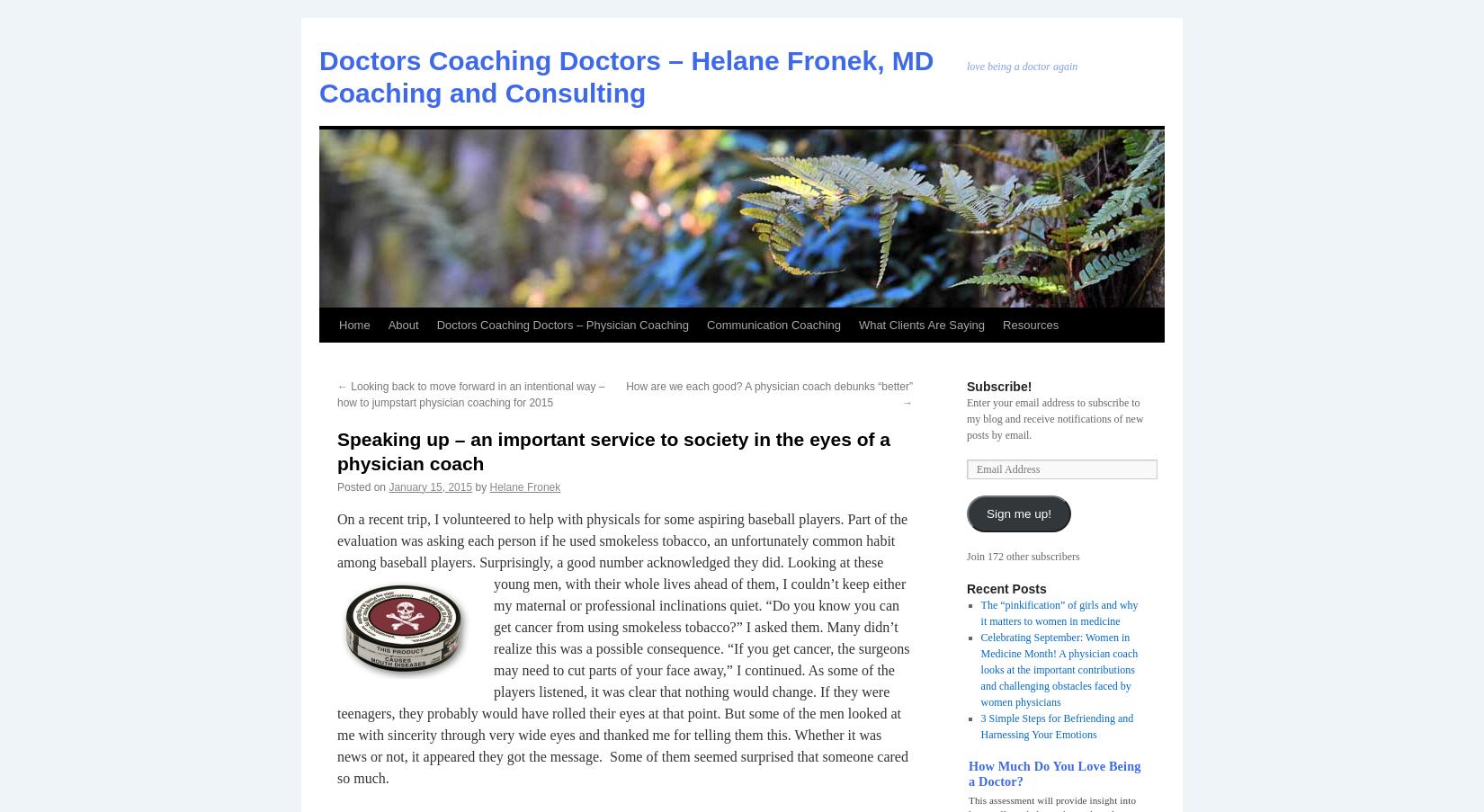 This screenshot has width=1484, height=812. Describe the element at coordinates (1023, 557) in the screenshot. I see `'Join 172 other subscribers'` at that location.